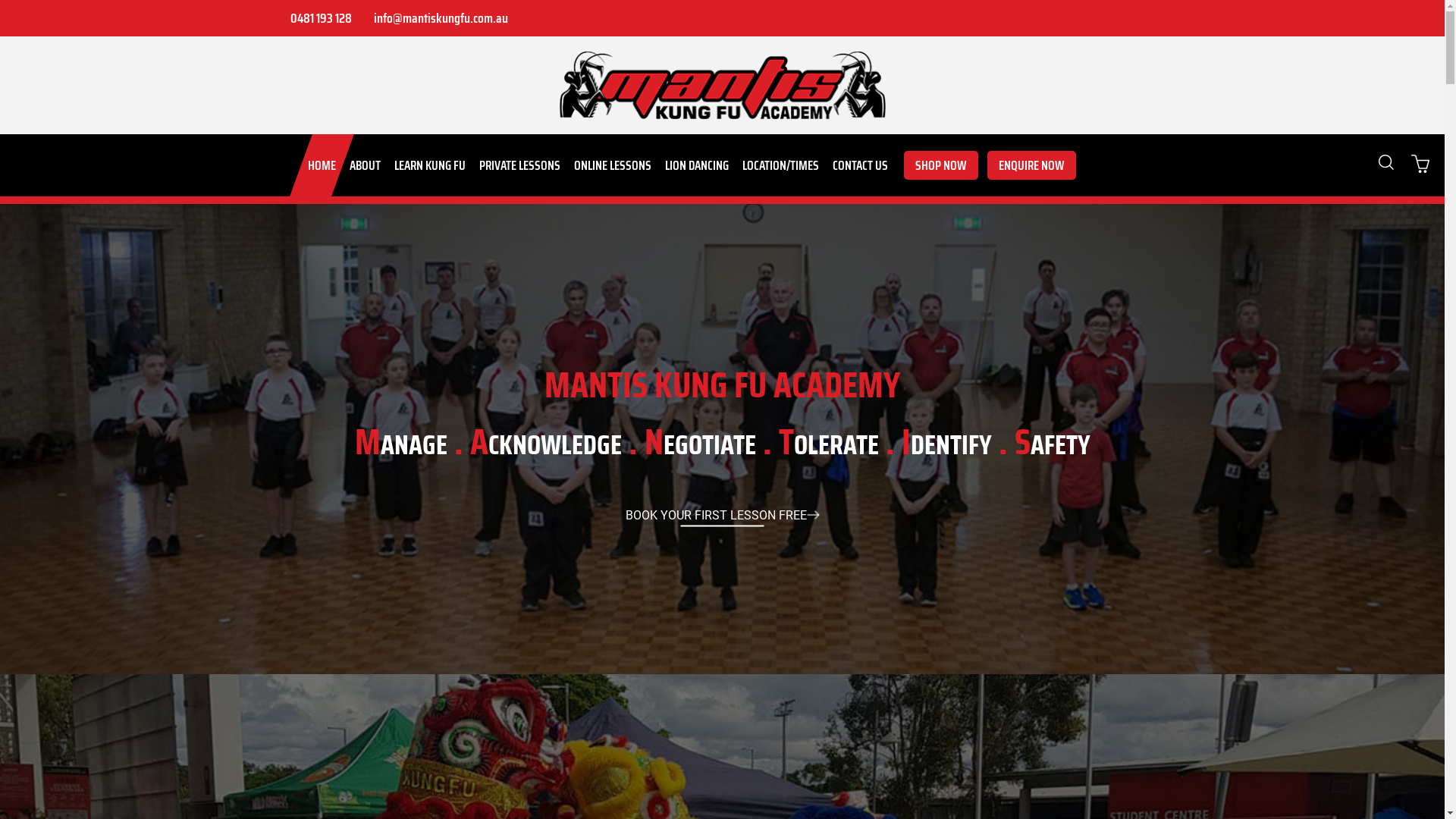 The height and width of the screenshot is (819, 1456). I want to click on 'ENQUIRE NOW', so click(1031, 165).